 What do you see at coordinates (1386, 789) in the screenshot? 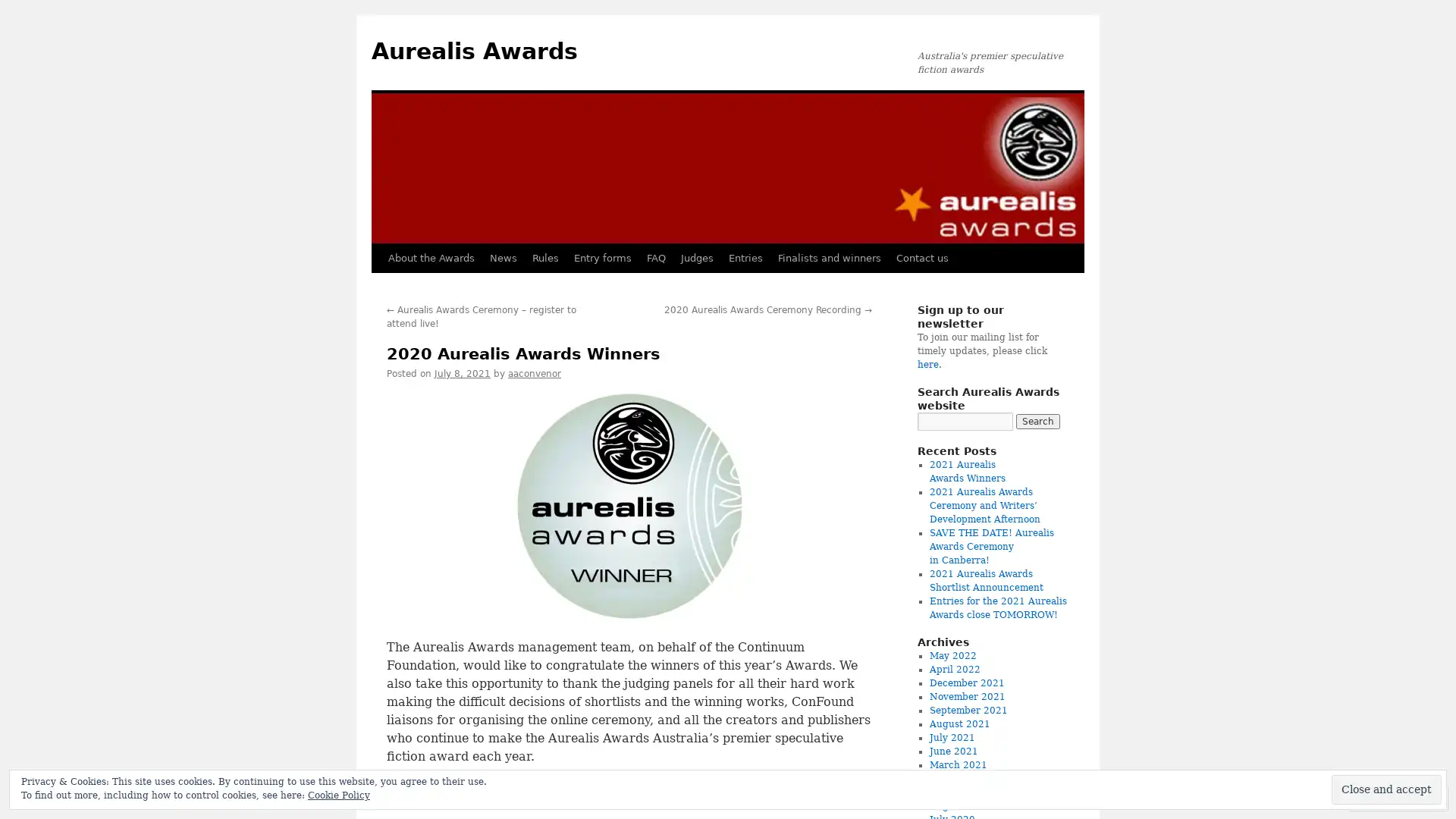
I see `Close and accept` at bounding box center [1386, 789].